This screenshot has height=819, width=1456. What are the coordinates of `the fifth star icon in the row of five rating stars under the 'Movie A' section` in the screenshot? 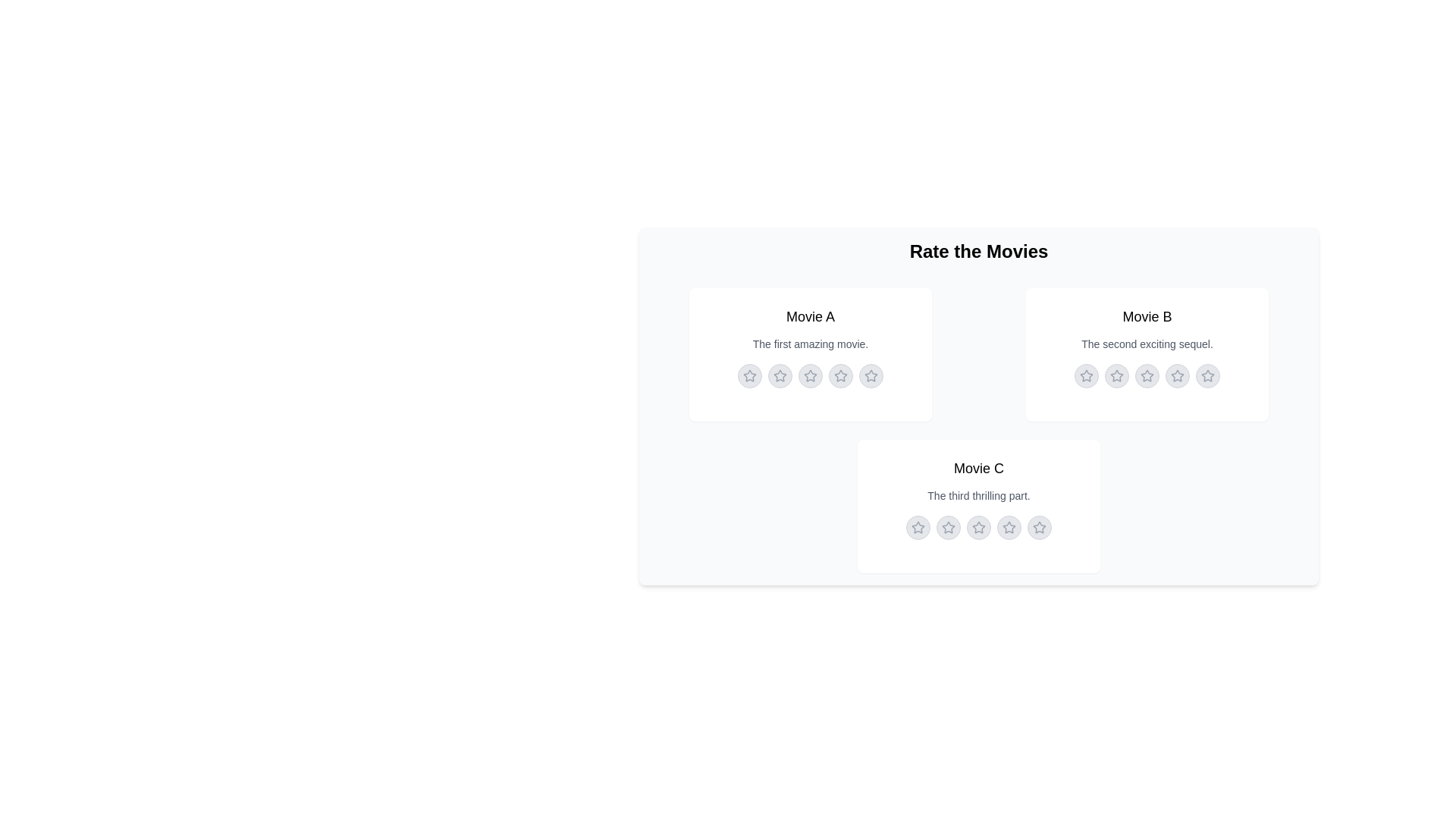 It's located at (871, 375).